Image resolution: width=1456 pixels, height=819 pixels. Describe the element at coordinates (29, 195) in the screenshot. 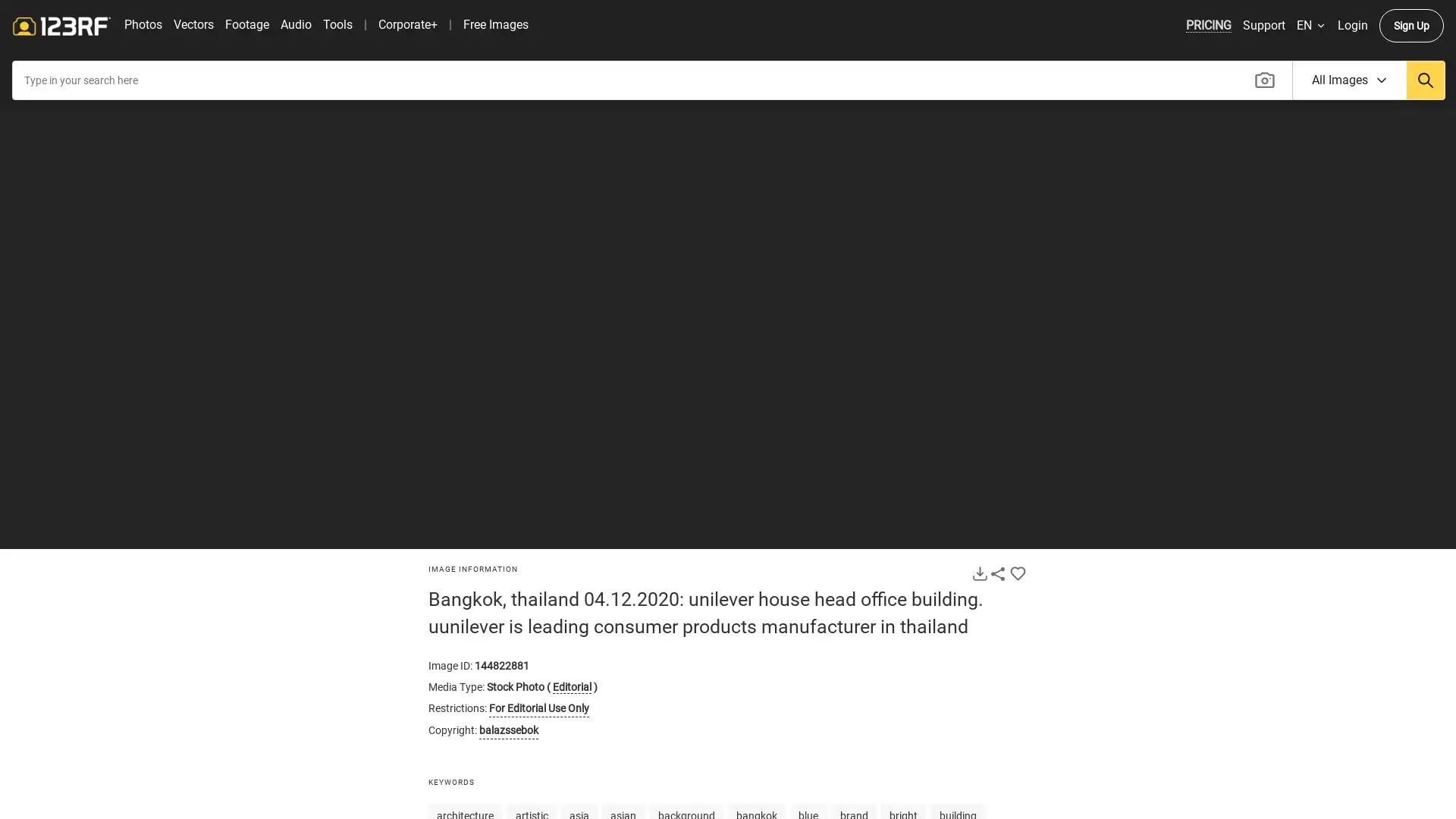

I see `Text` at that location.